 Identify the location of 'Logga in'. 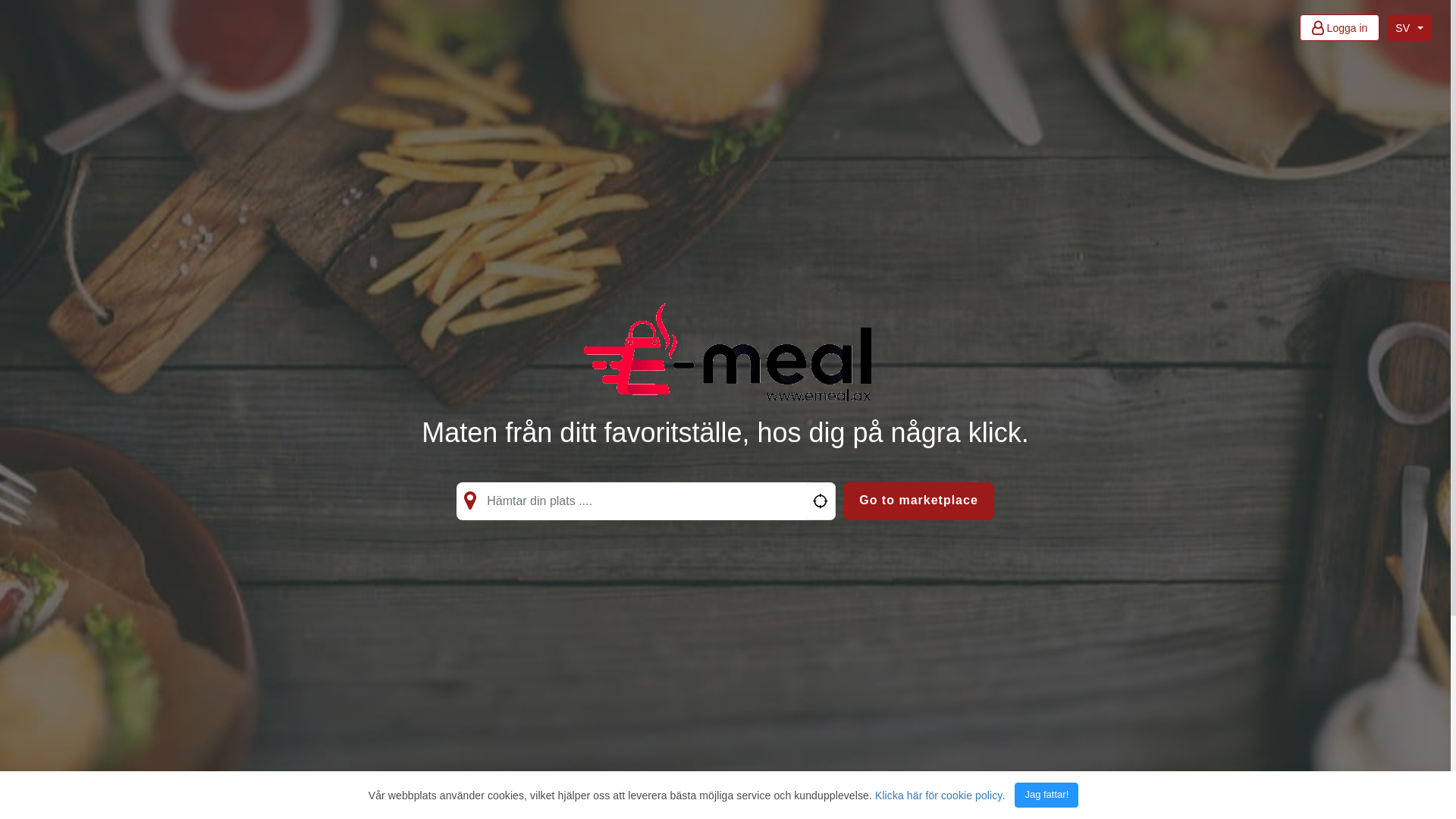
(1339, 27).